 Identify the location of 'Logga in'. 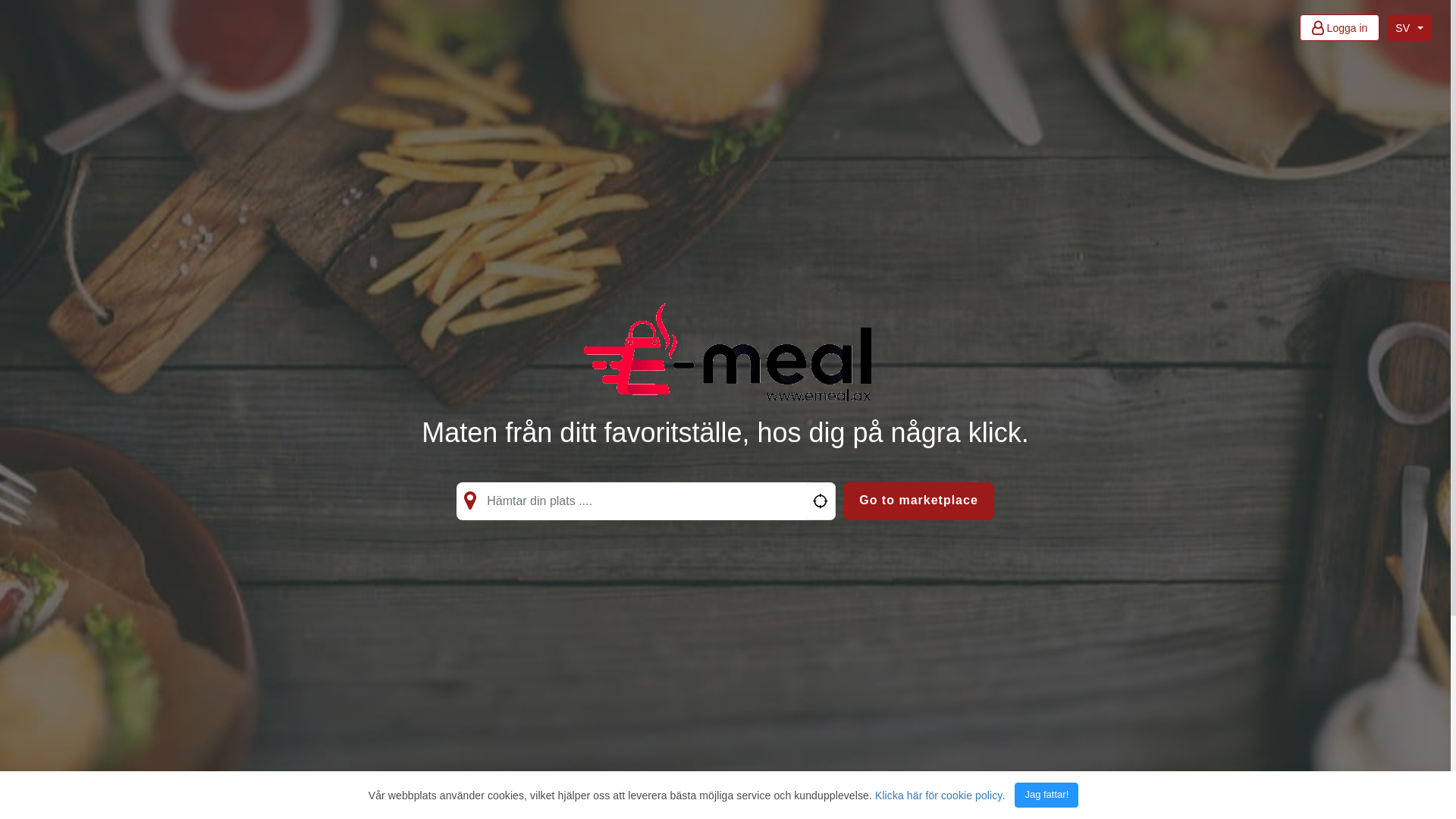
(1339, 27).